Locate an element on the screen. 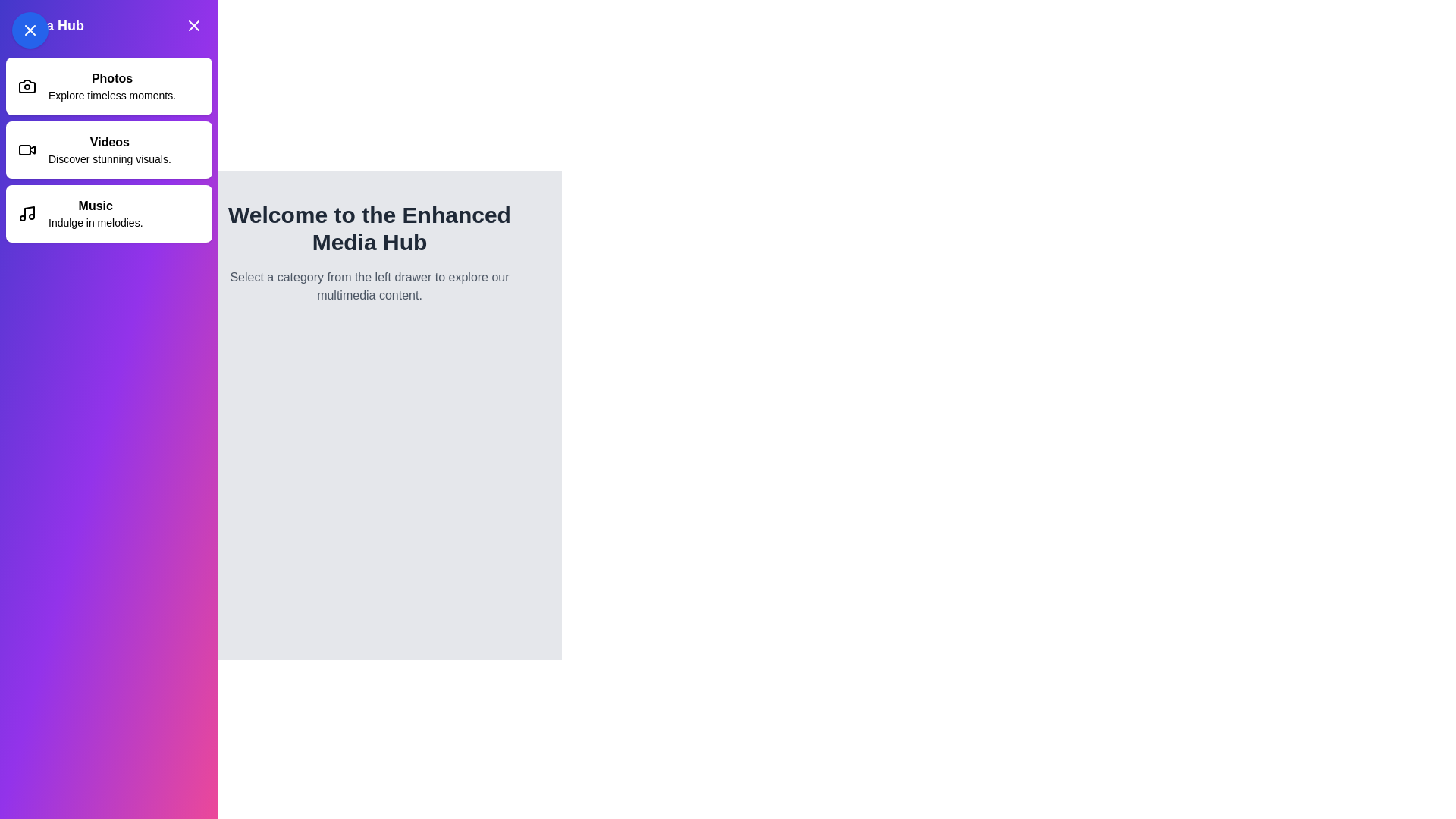  the close button to close the drawer is located at coordinates (193, 26).